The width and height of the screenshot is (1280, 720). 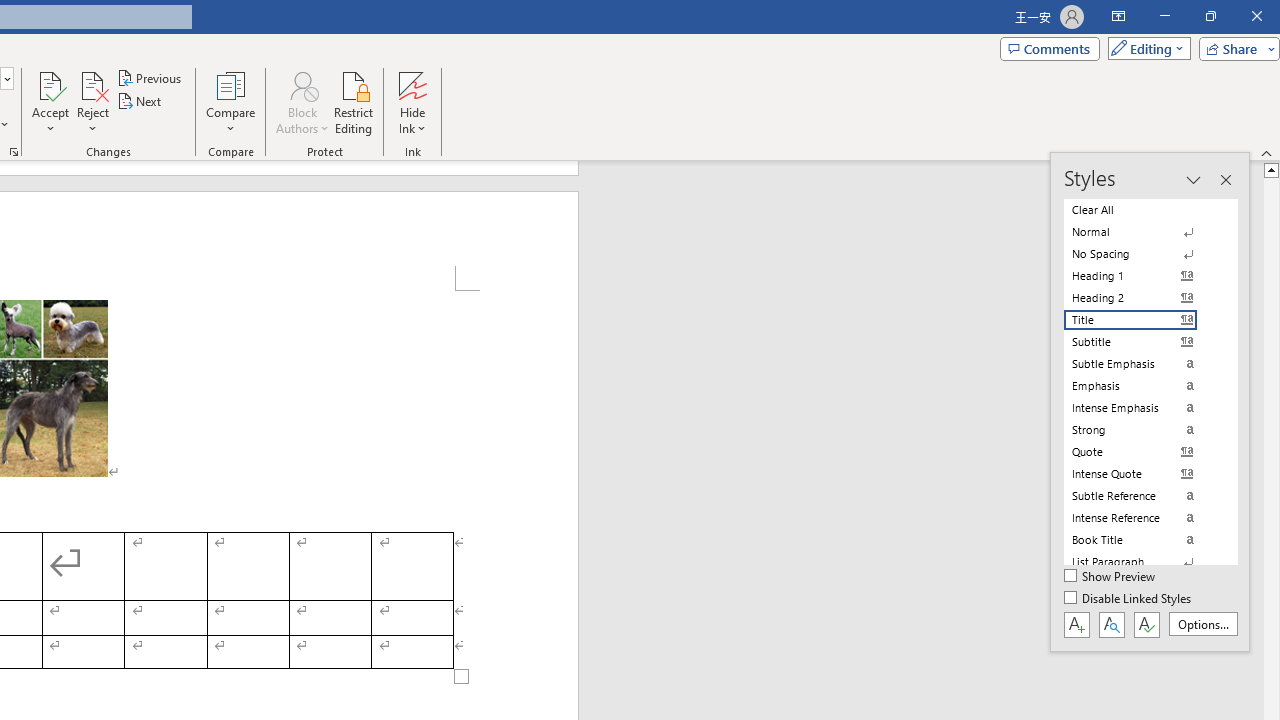 I want to click on 'Options...', so click(x=1202, y=622).